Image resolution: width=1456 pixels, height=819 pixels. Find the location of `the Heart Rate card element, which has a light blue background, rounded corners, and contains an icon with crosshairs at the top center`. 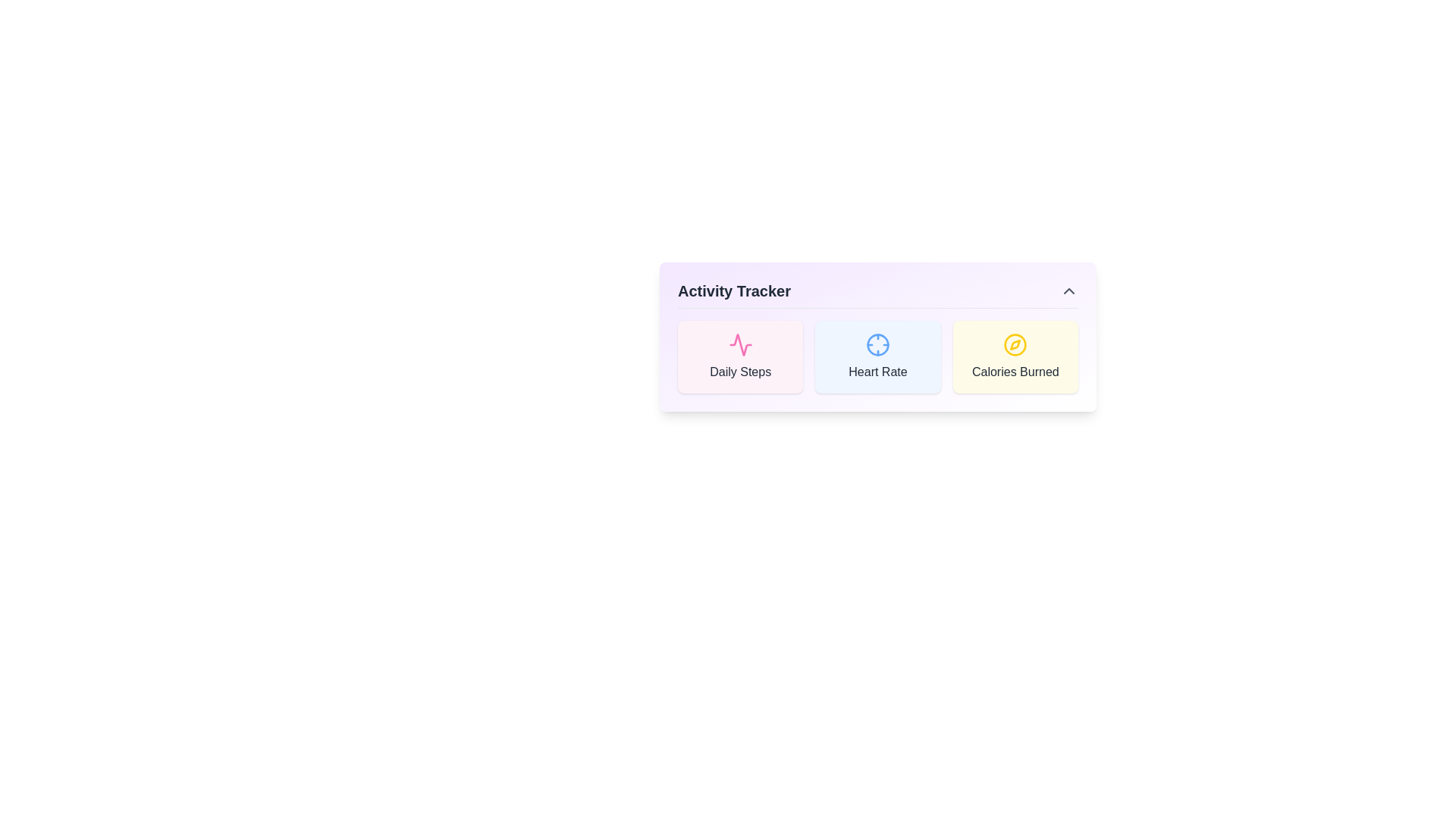

the Heart Rate card element, which has a light blue background, rounded corners, and contains an icon with crosshairs at the top center is located at coordinates (877, 356).